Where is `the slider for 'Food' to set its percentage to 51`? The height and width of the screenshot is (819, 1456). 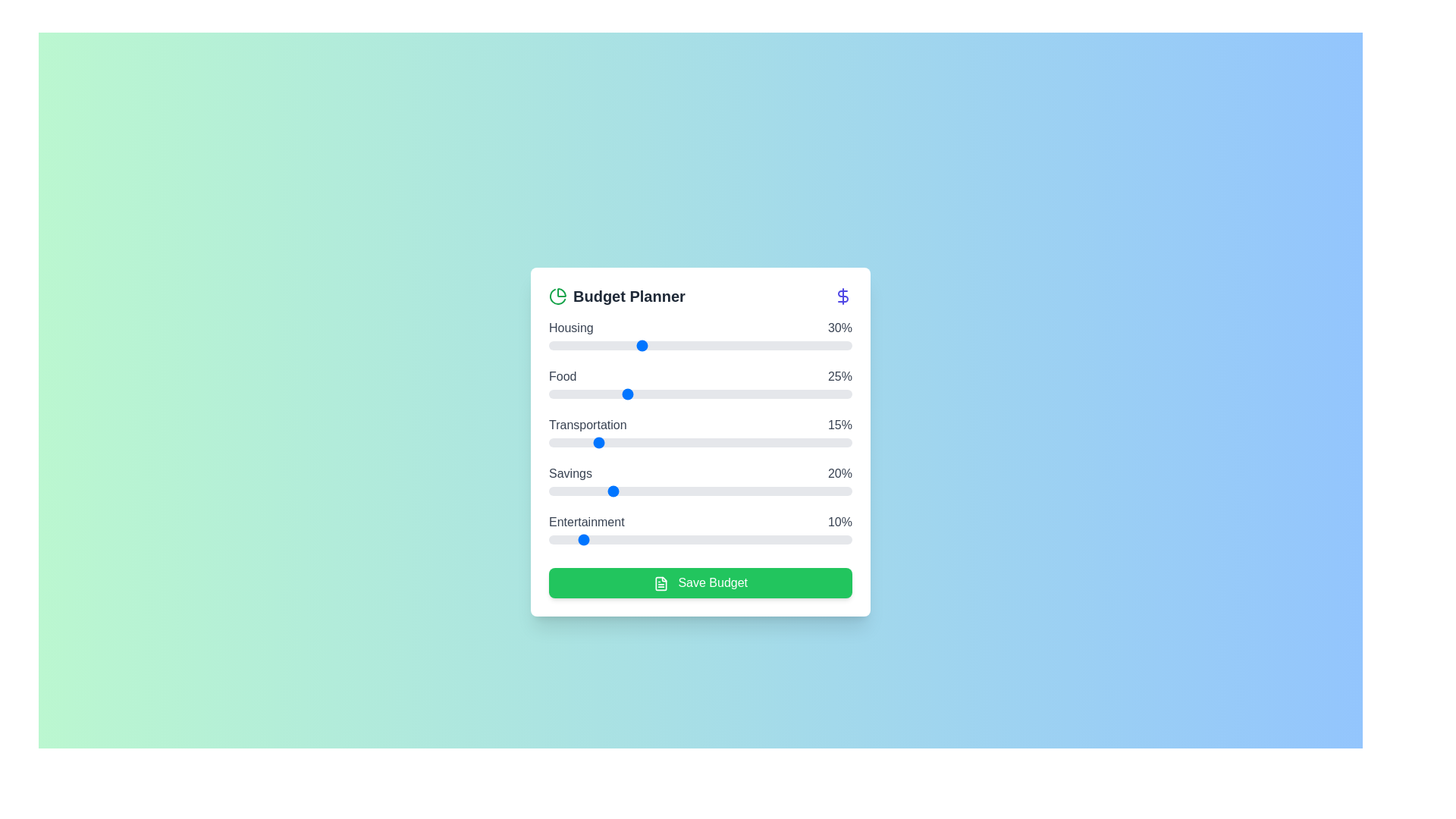 the slider for 'Food' to set its percentage to 51 is located at coordinates (702, 394).